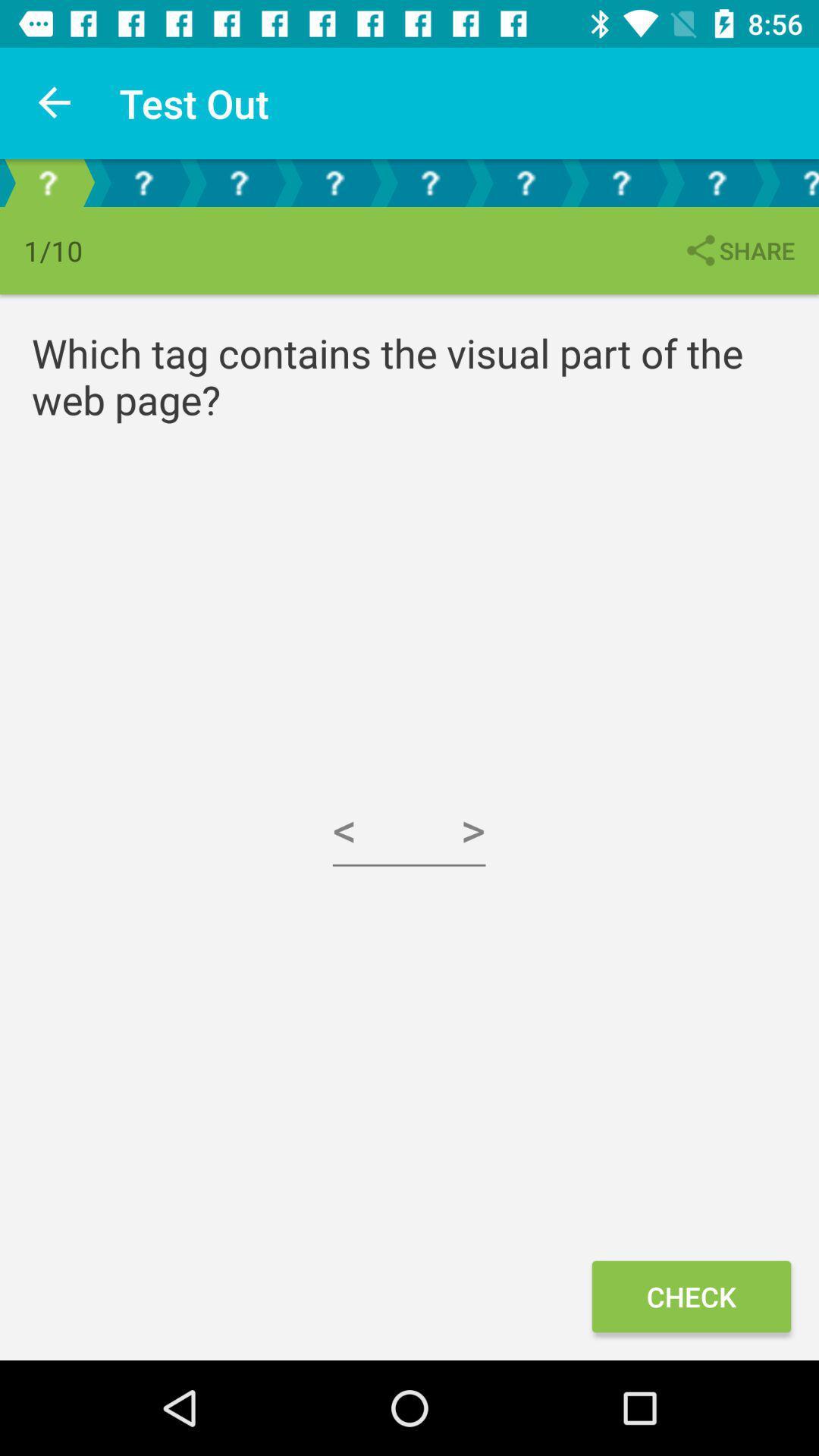 This screenshot has width=819, height=1456. Describe the element at coordinates (46, 182) in the screenshot. I see `quesstion 1` at that location.